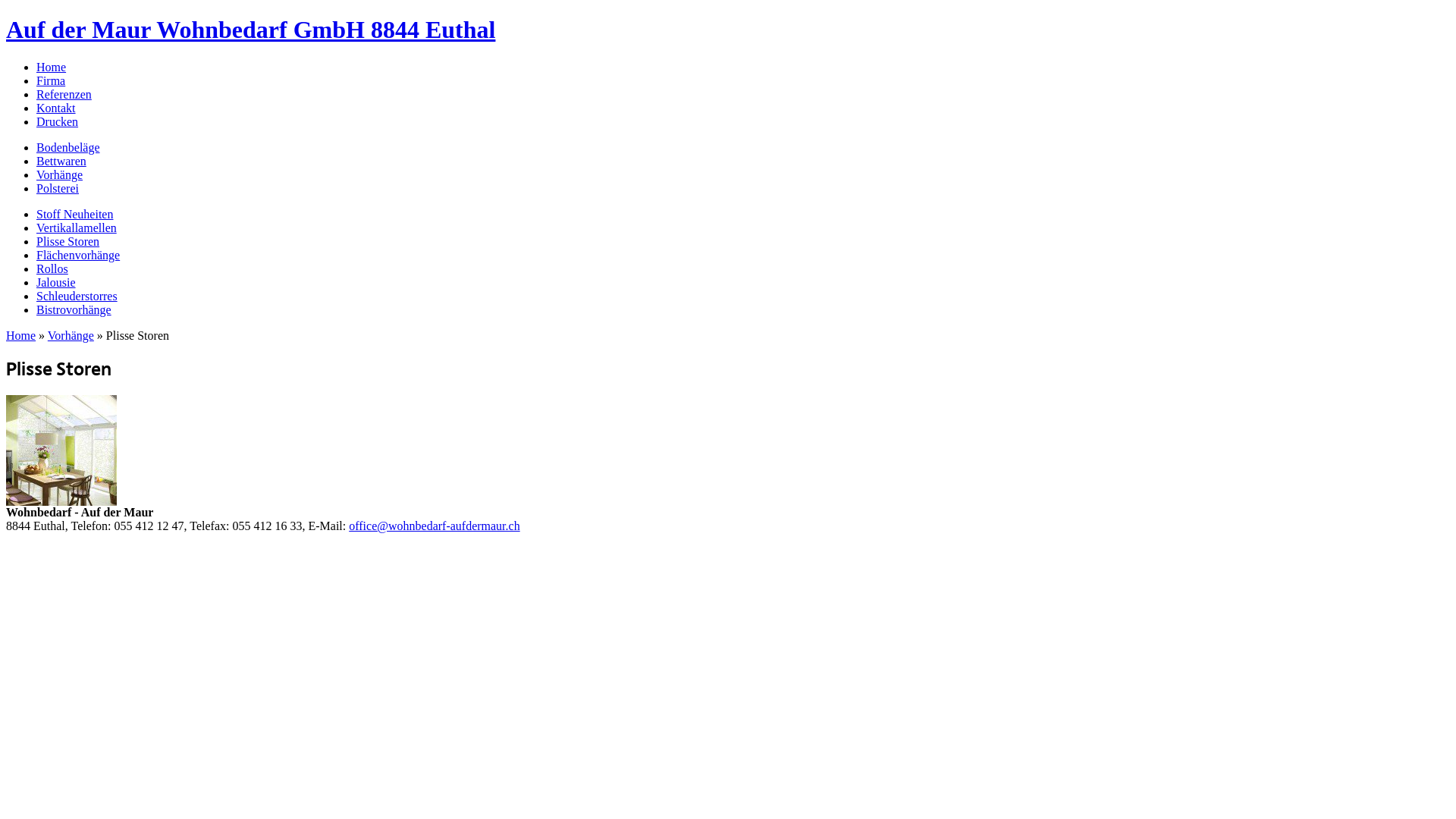 The image size is (1456, 819). I want to click on 'Drucken', so click(36, 121).